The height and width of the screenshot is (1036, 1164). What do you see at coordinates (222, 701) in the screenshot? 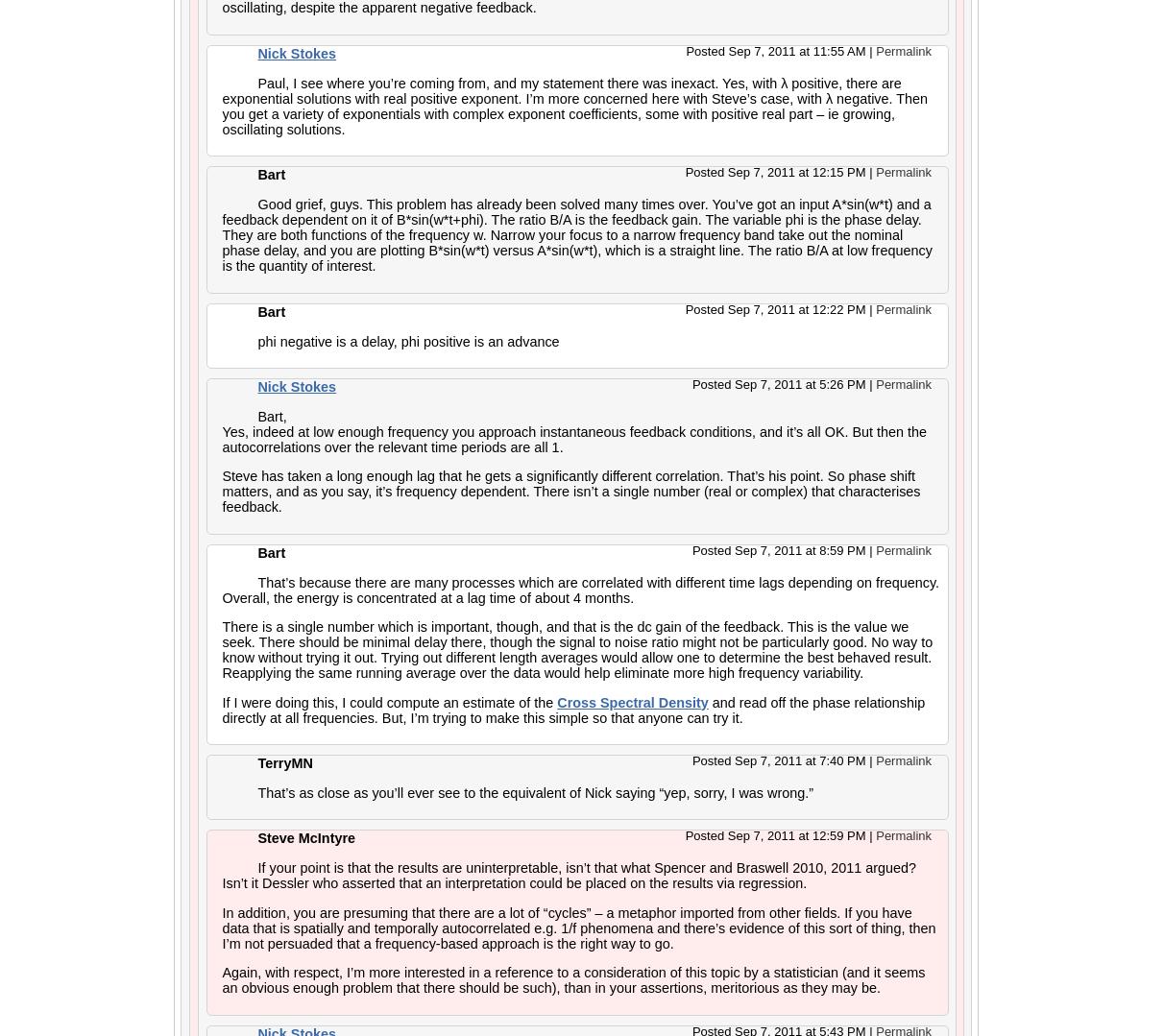
I see `'If I were doing this, I could compute an estimate of the'` at bounding box center [222, 701].